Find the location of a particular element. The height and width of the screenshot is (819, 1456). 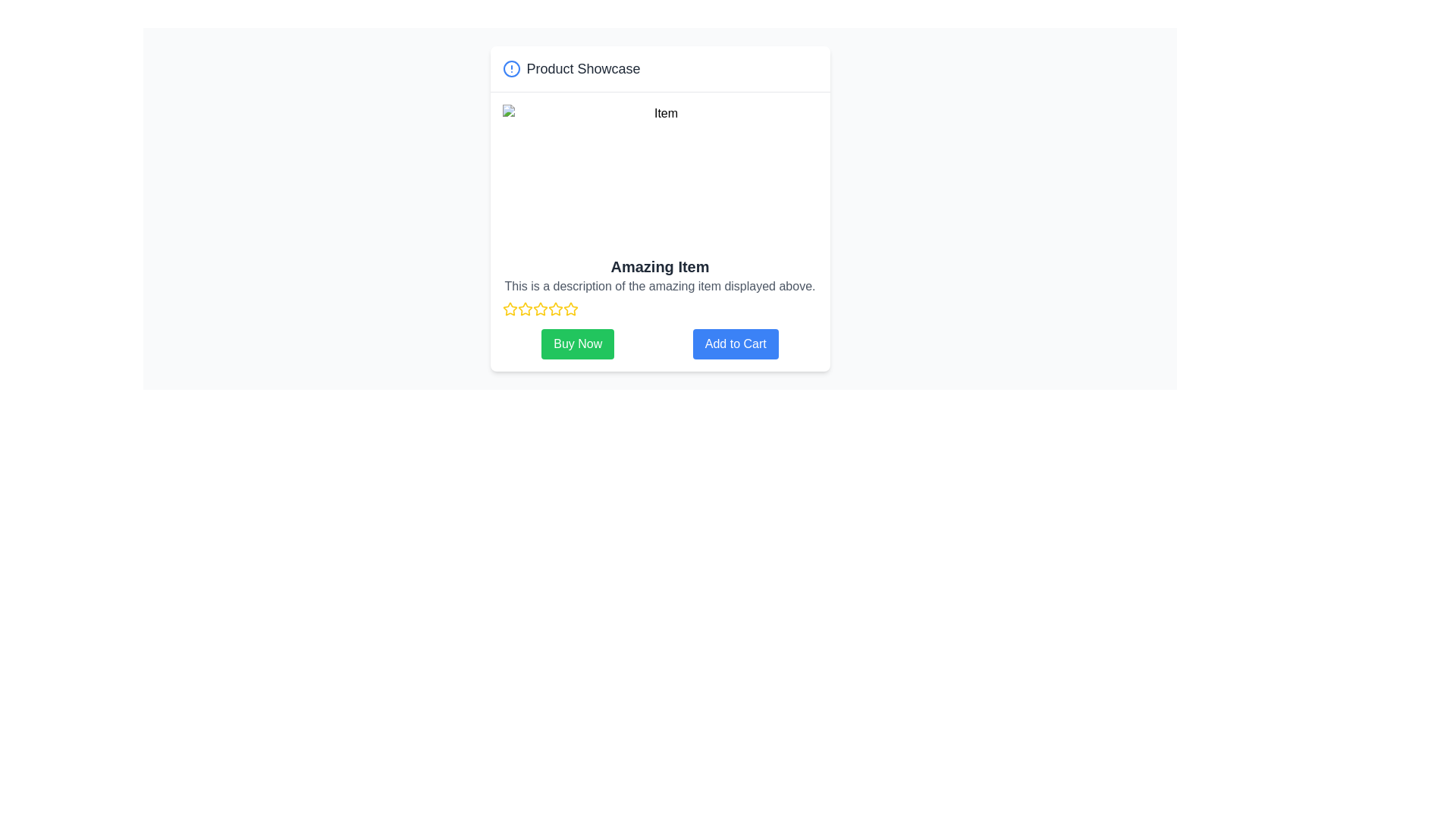

the text element that describes 'This is a description of the amazing item displayed above', which is located below the heading 'Amazing Item' is located at coordinates (660, 287).